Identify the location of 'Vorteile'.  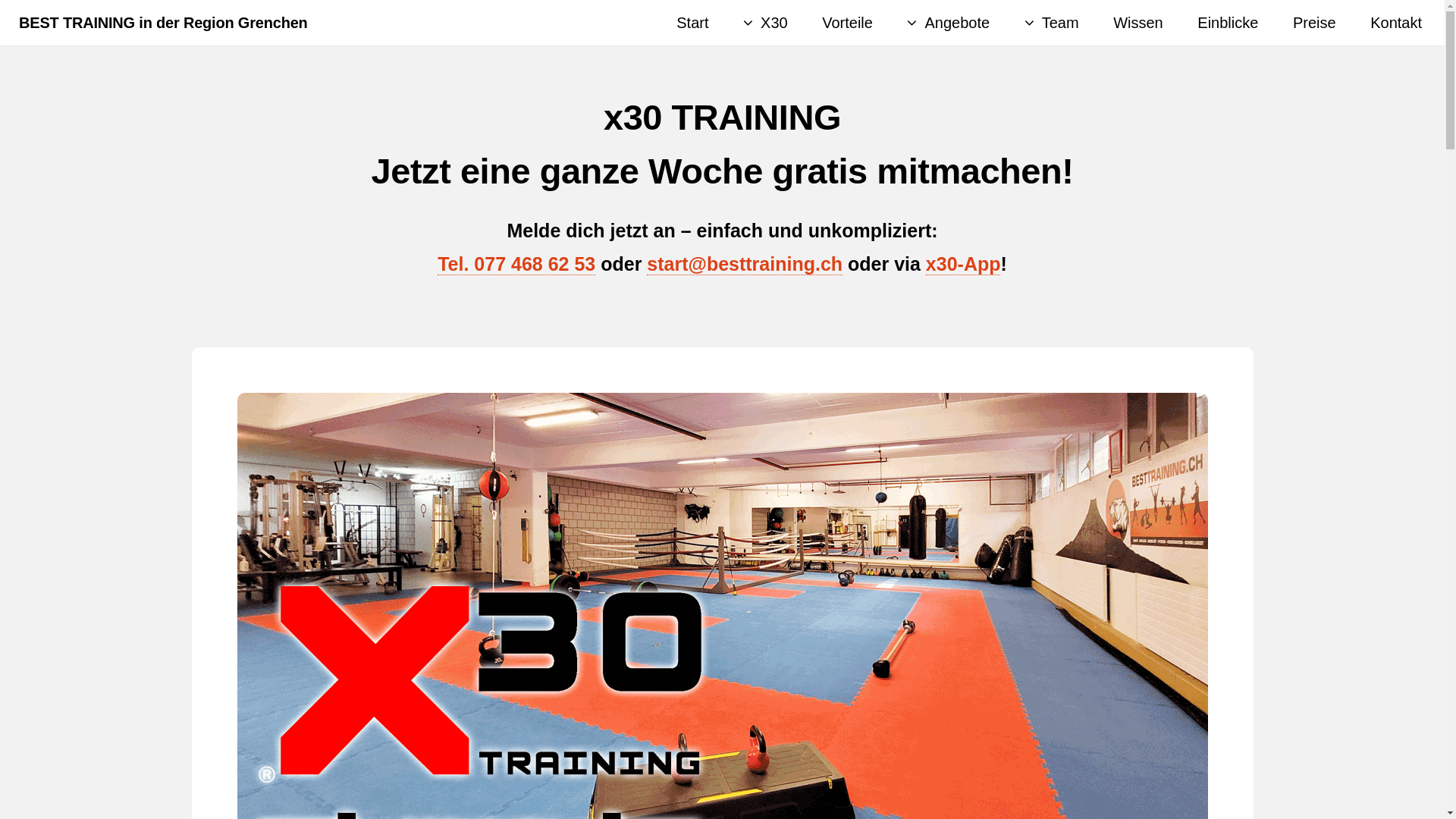
(846, 23).